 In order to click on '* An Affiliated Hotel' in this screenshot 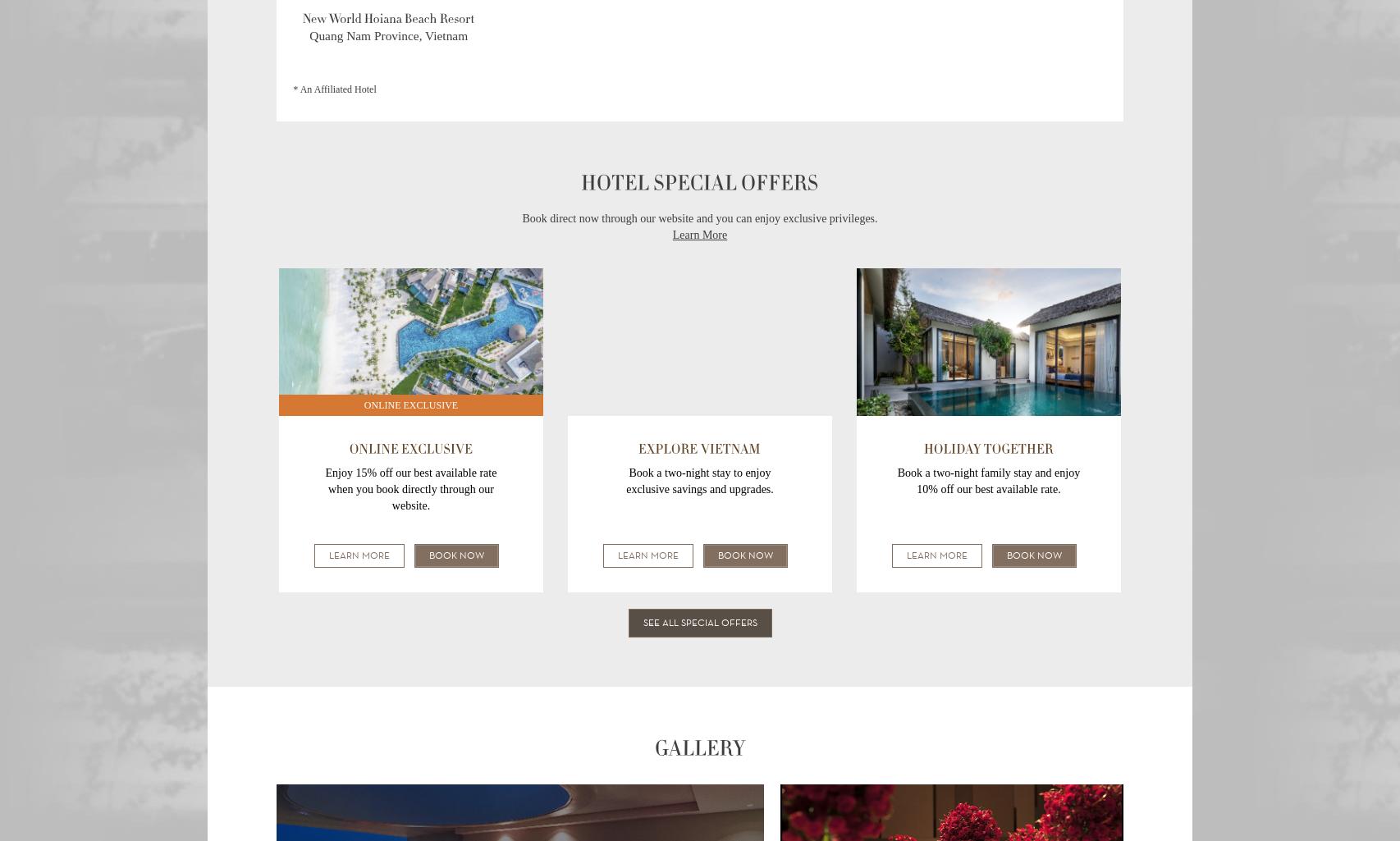, I will do `click(334, 89)`.